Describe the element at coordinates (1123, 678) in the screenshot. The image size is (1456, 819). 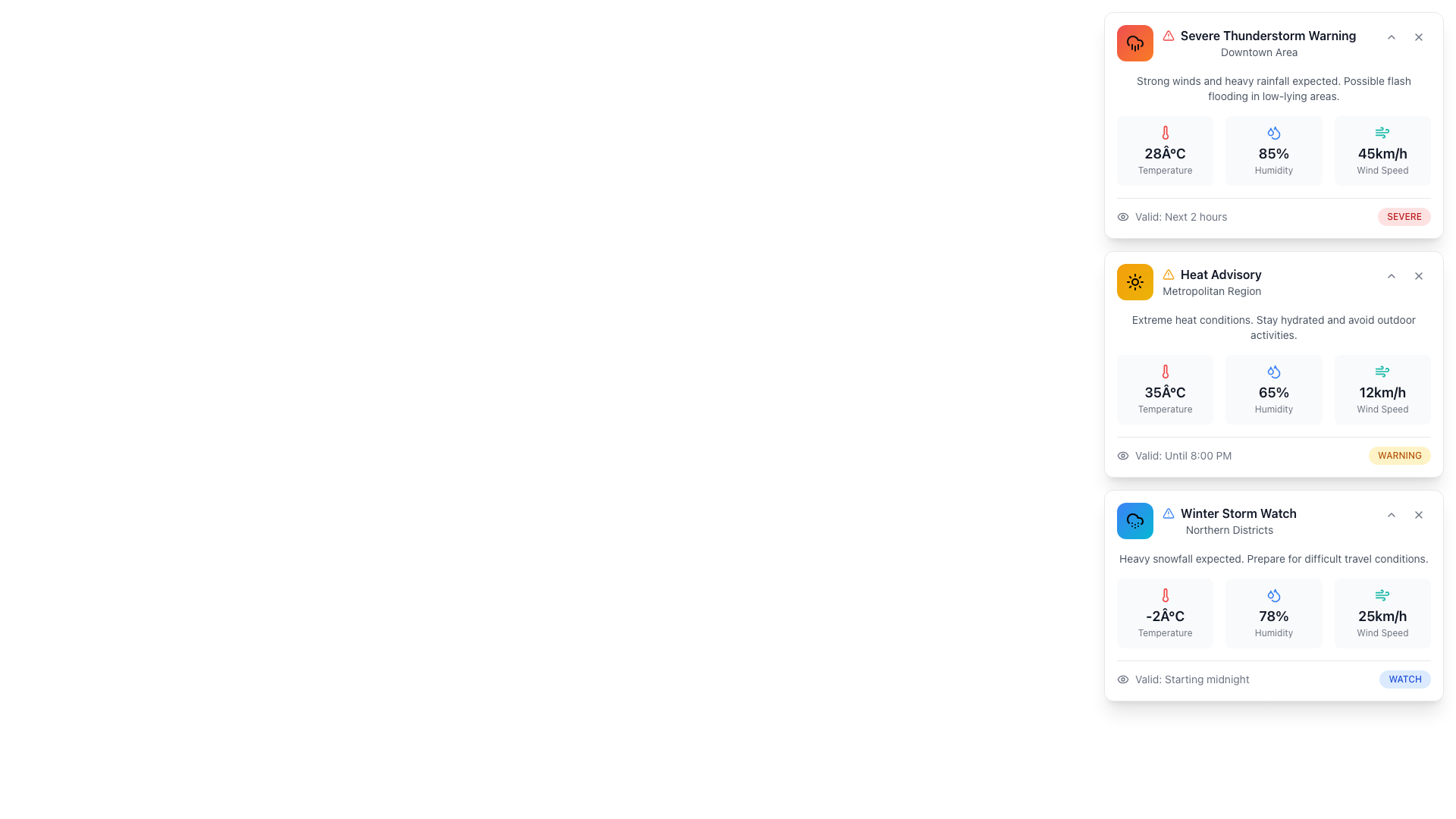
I see `the outer circular arc of the eye icon within the 'Winter Storm Watch' card, which serves a decorative purpose and indicates visibility features` at that location.